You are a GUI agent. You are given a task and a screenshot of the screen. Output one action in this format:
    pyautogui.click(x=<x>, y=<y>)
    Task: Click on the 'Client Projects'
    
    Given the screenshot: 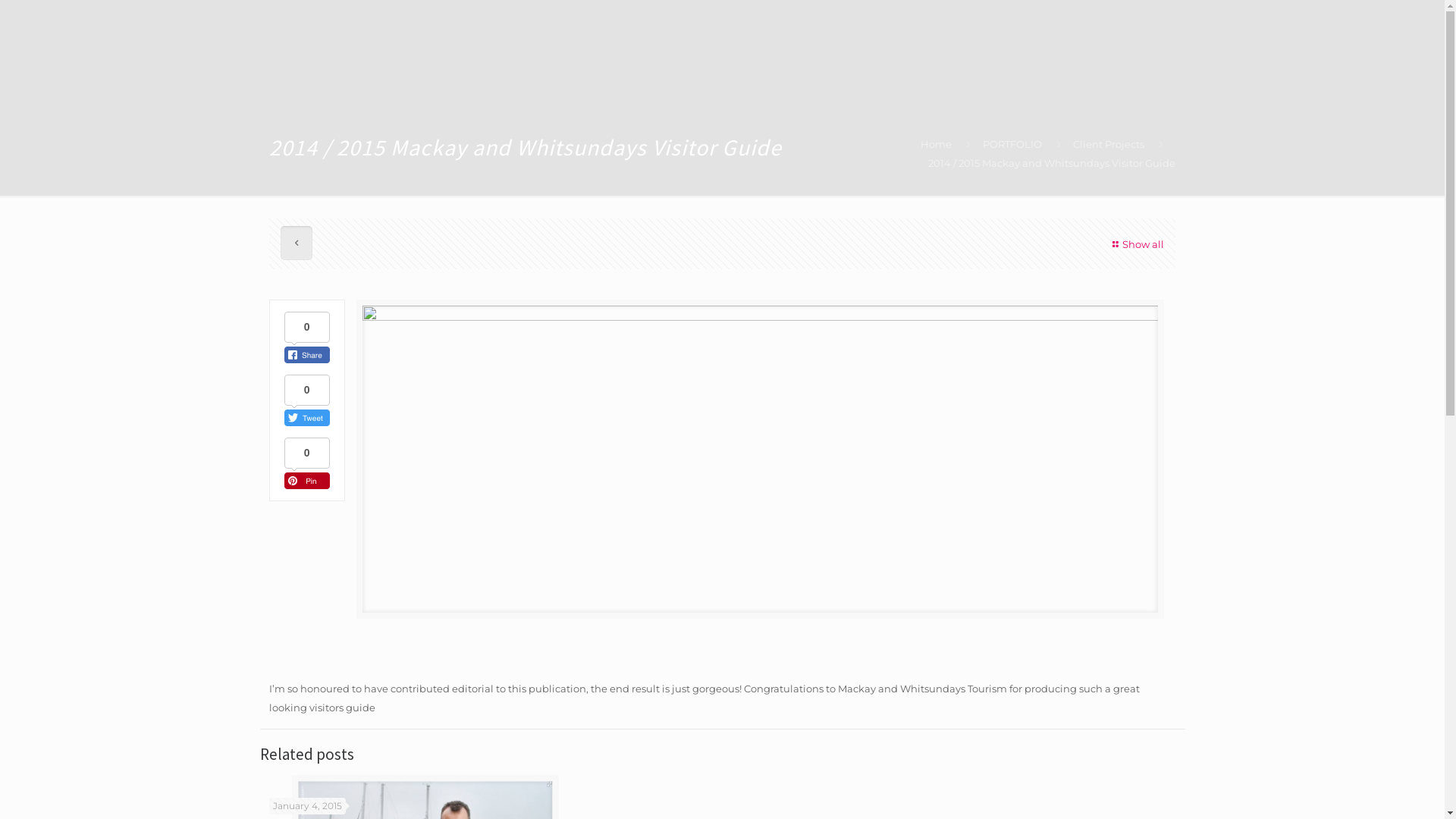 What is the action you would take?
    pyautogui.click(x=1109, y=143)
    